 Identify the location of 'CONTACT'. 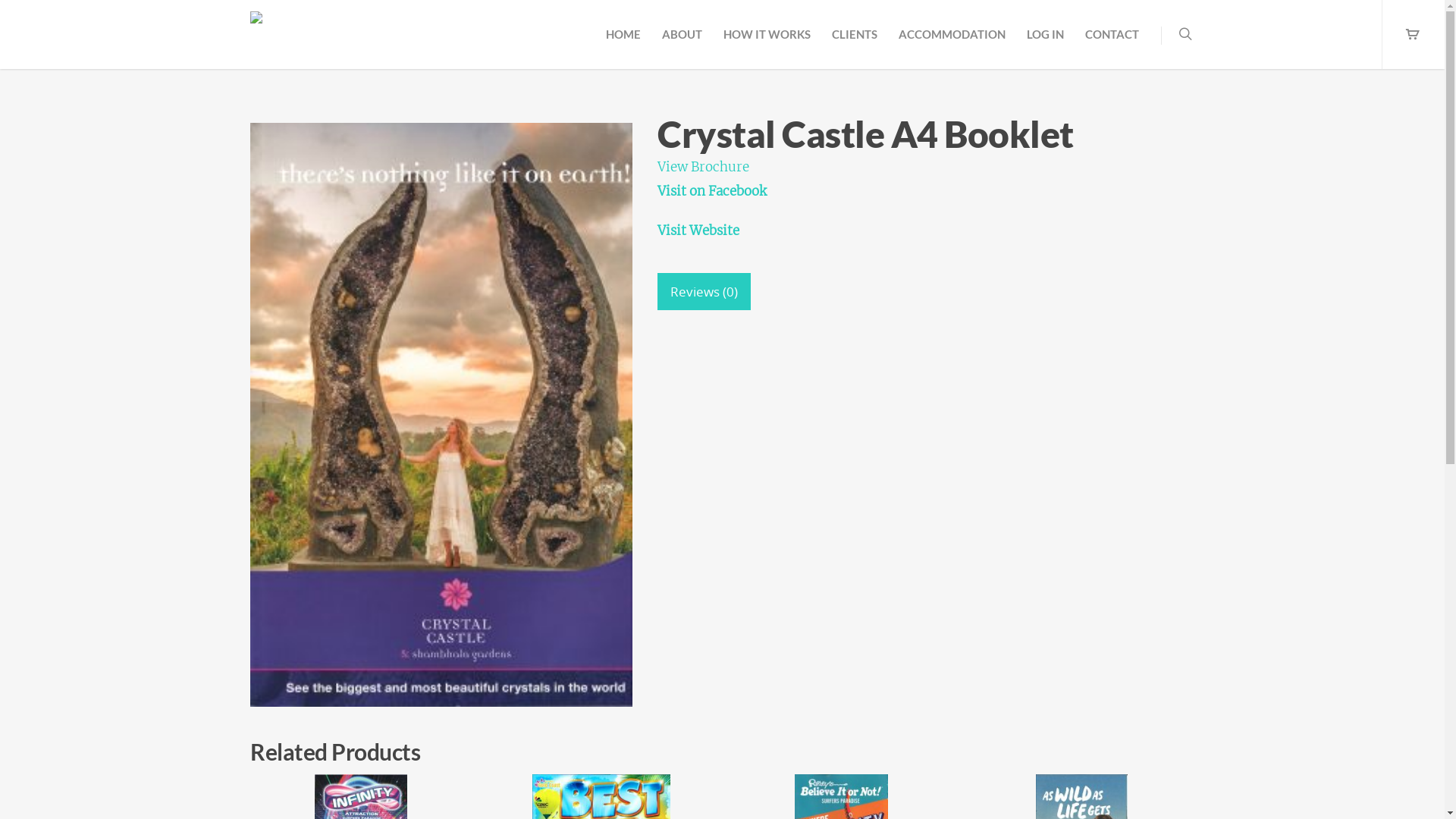
(1112, 39).